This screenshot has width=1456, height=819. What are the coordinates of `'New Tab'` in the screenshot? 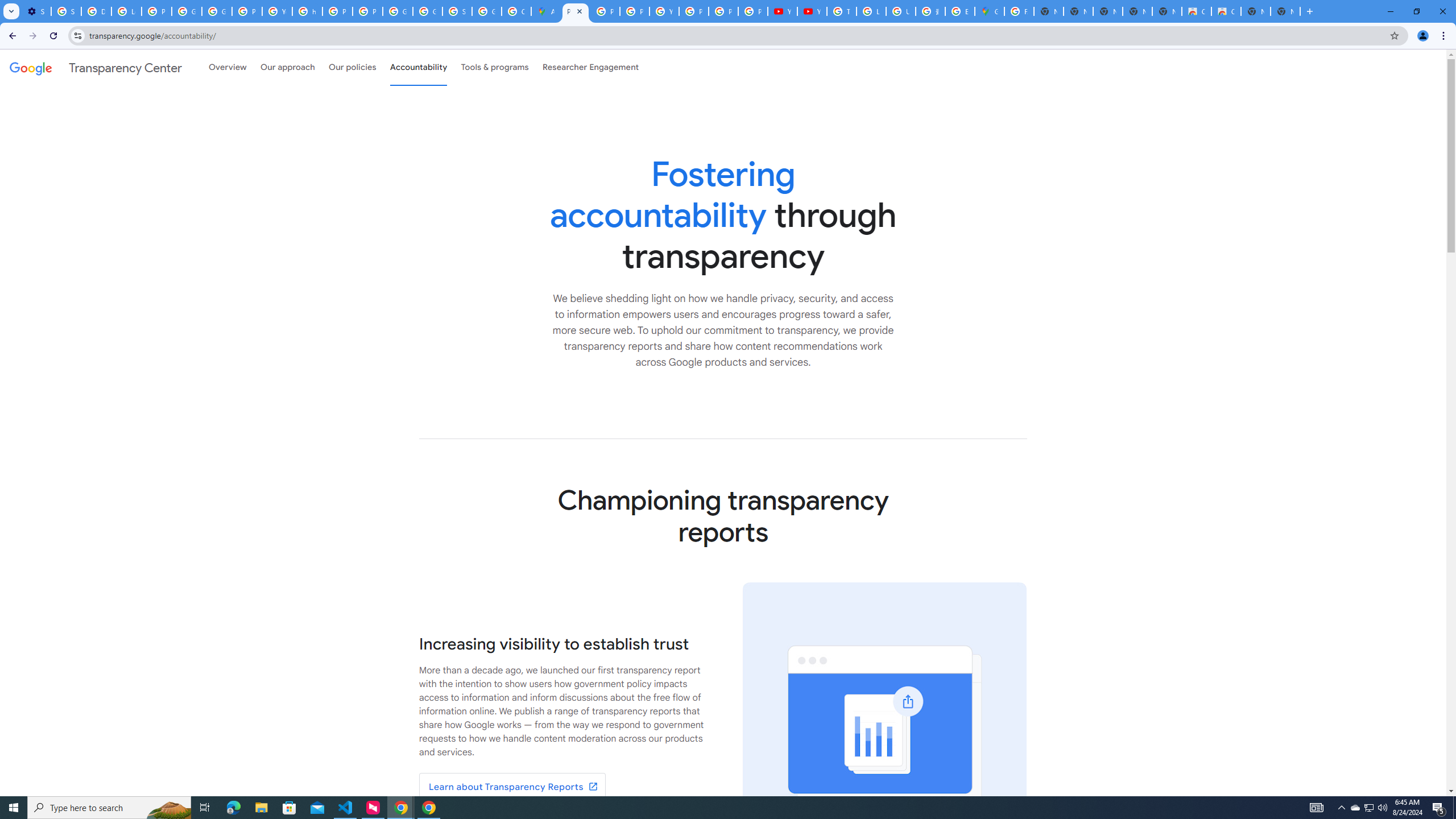 It's located at (1284, 11).